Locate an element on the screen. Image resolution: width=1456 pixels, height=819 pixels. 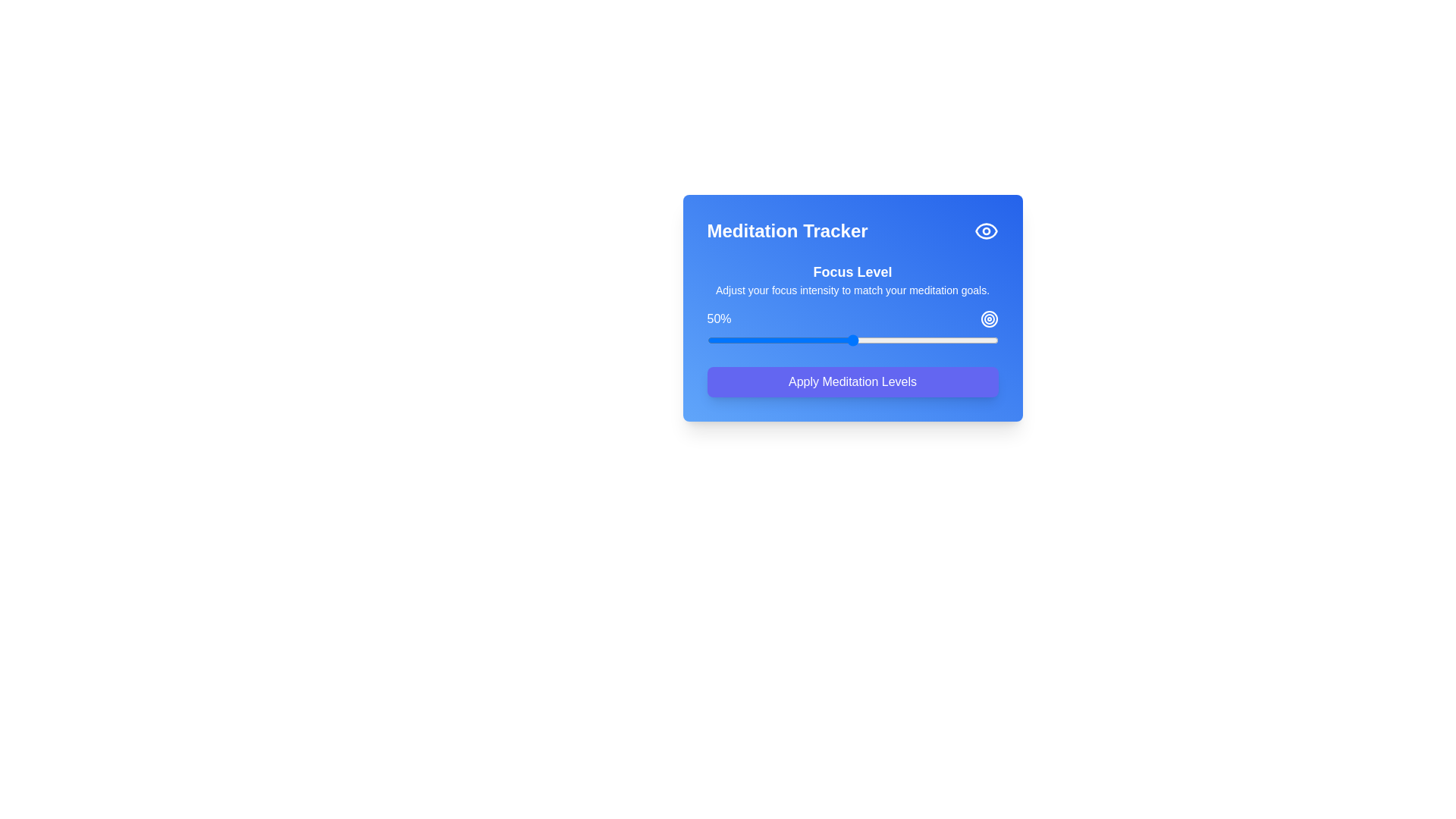
the Text Label that denotes the focus level adjustment feature within the 'Meditation Tracker' modal is located at coordinates (852, 271).